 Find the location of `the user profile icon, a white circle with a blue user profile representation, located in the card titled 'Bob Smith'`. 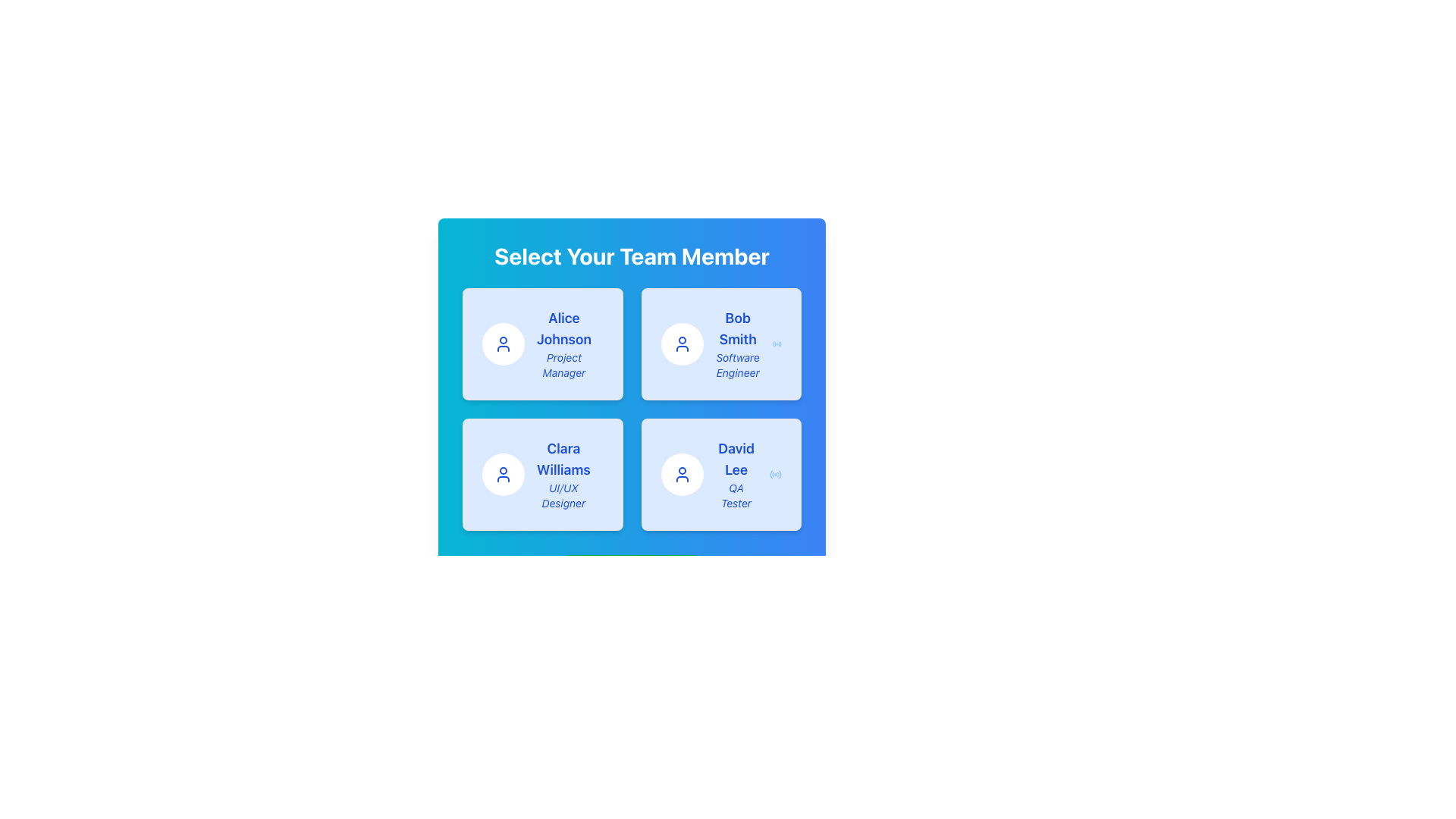

the user profile icon, a white circle with a blue user profile representation, located in the card titled 'Bob Smith' is located at coordinates (681, 344).